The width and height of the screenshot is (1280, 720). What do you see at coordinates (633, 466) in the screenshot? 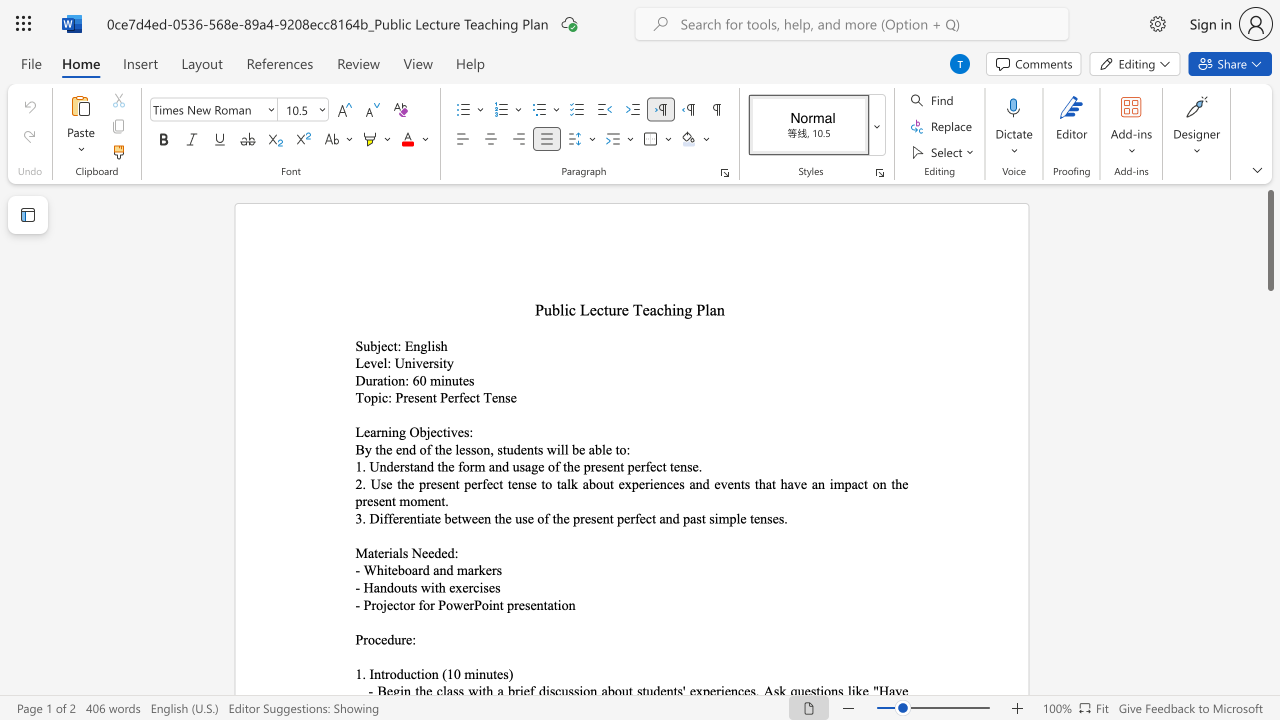
I see `the space between the continuous character "p" and "e" in the text` at bounding box center [633, 466].